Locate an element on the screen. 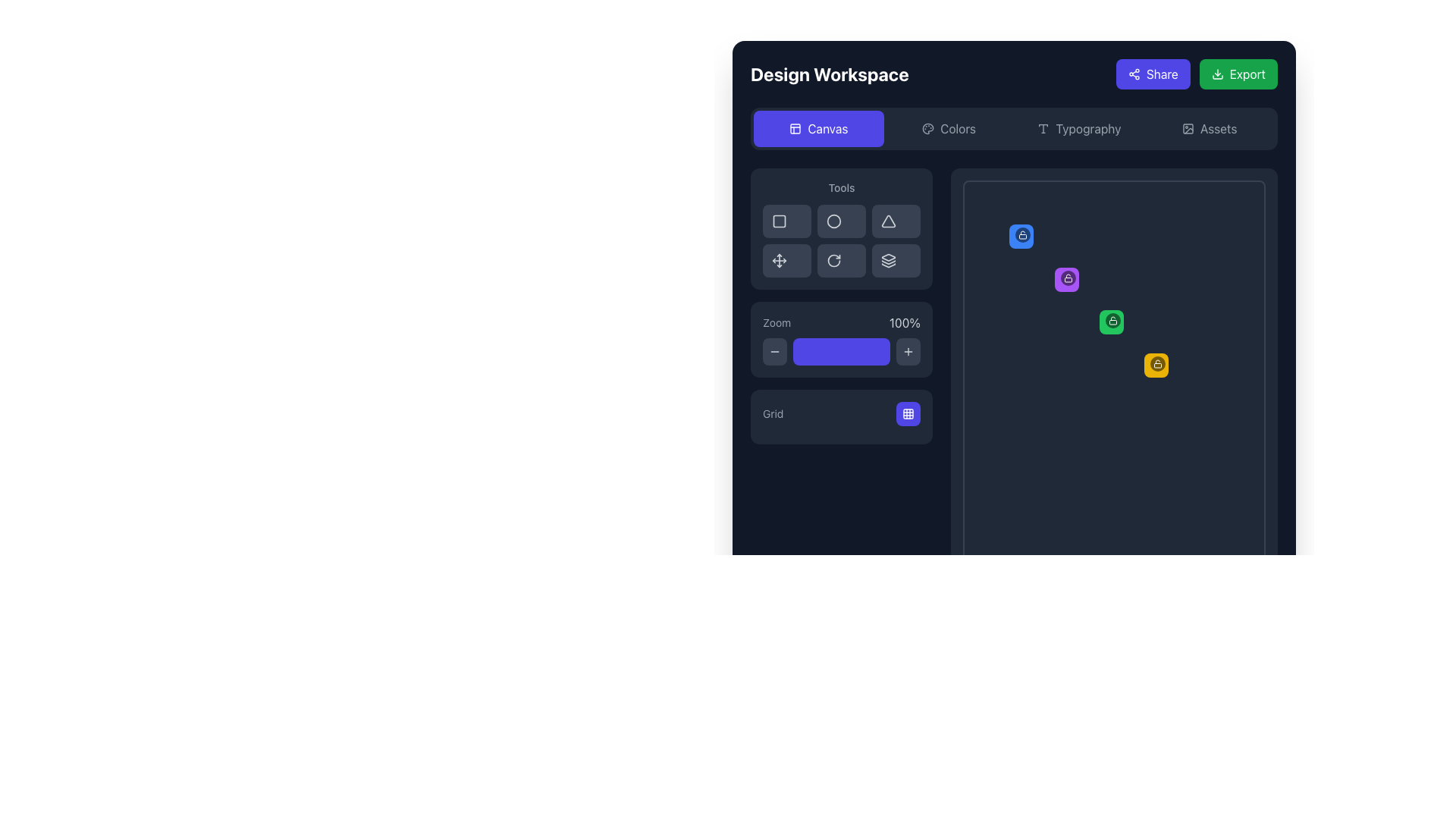  the compact '+' icon button located in the 'Tools' section is located at coordinates (908, 351).